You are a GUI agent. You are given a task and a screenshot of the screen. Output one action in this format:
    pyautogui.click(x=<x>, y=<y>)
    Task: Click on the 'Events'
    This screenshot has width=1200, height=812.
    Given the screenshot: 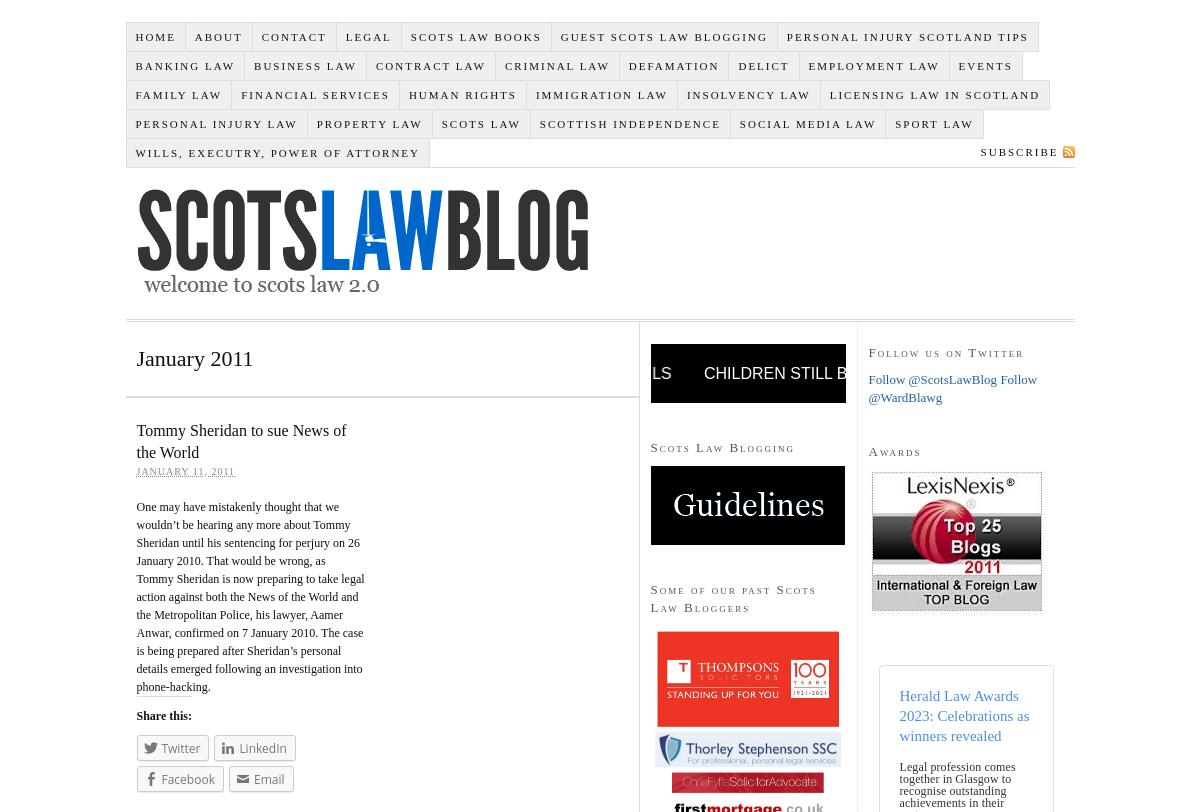 What is the action you would take?
    pyautogui.click(x=984, y=64)
    